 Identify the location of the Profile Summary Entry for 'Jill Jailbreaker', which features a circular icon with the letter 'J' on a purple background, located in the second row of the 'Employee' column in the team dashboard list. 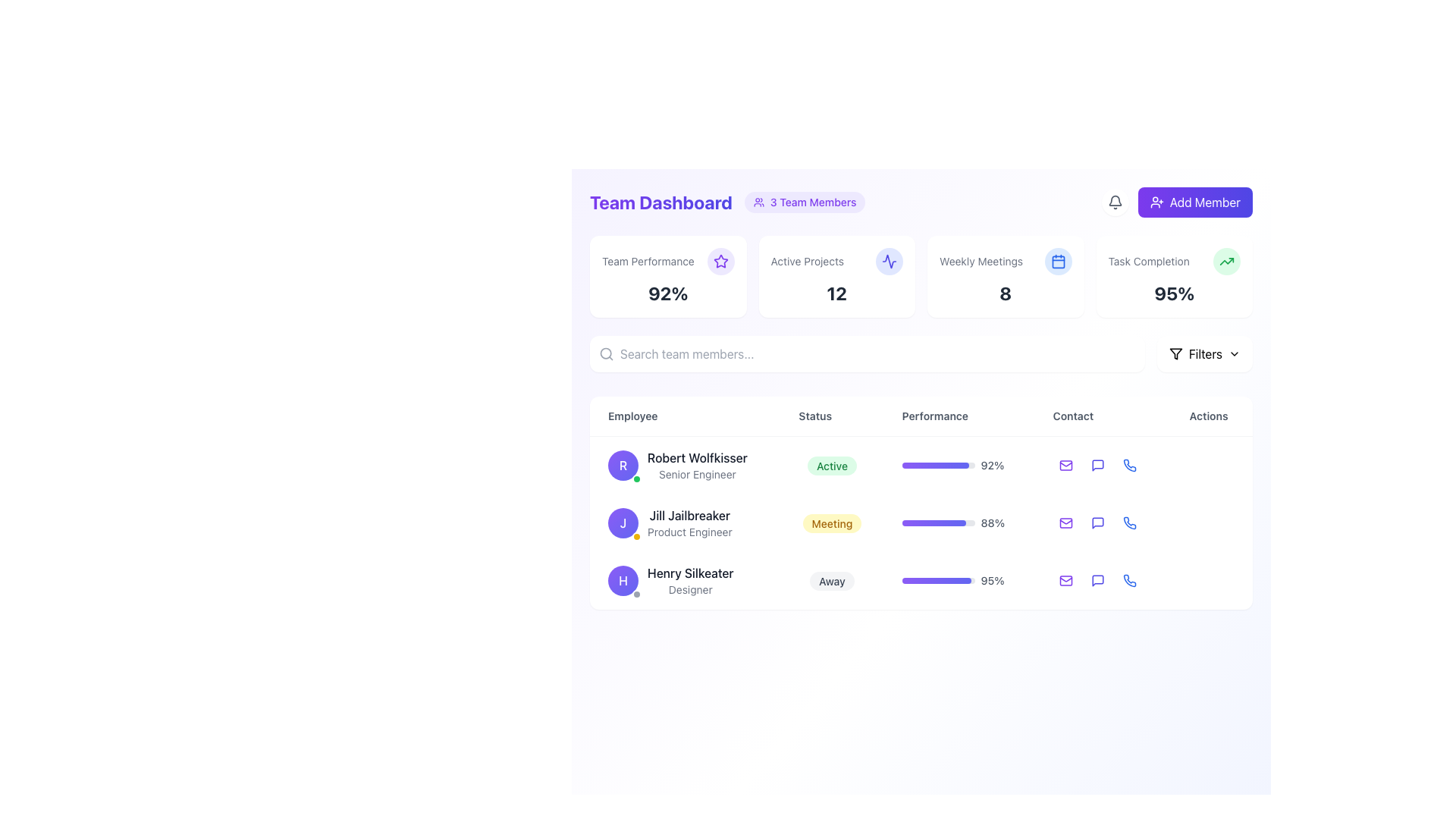
(684, 522).